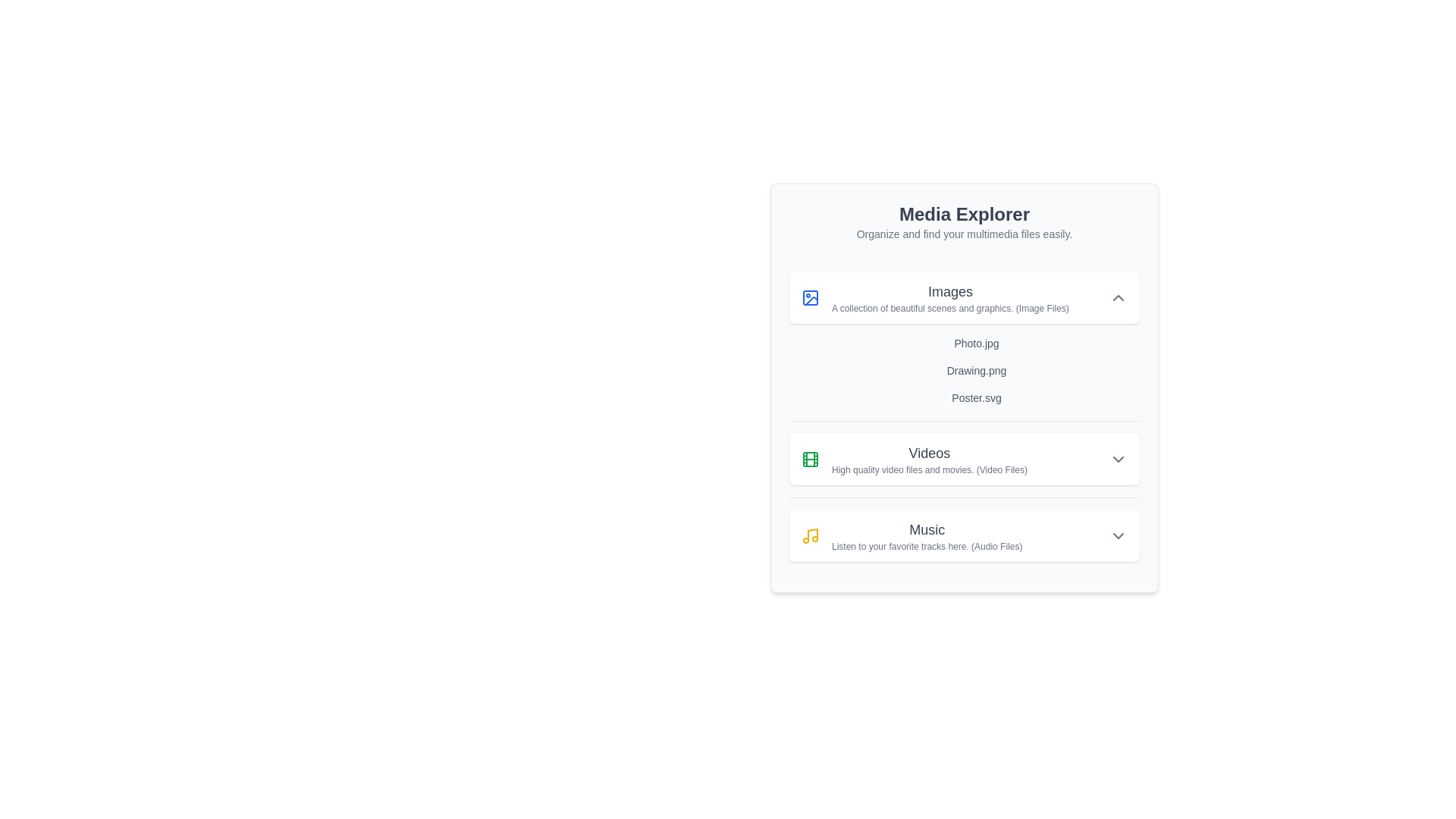 This screenshot has height=819, width=1456. What do you see at coordinates (964, 298) in the screenshot?
I see `the button that expands or collapses the 'Images' section in the 'Media Explorer', which is the first item in the list and centrally located within its panel` at bounding box center [964, 298].